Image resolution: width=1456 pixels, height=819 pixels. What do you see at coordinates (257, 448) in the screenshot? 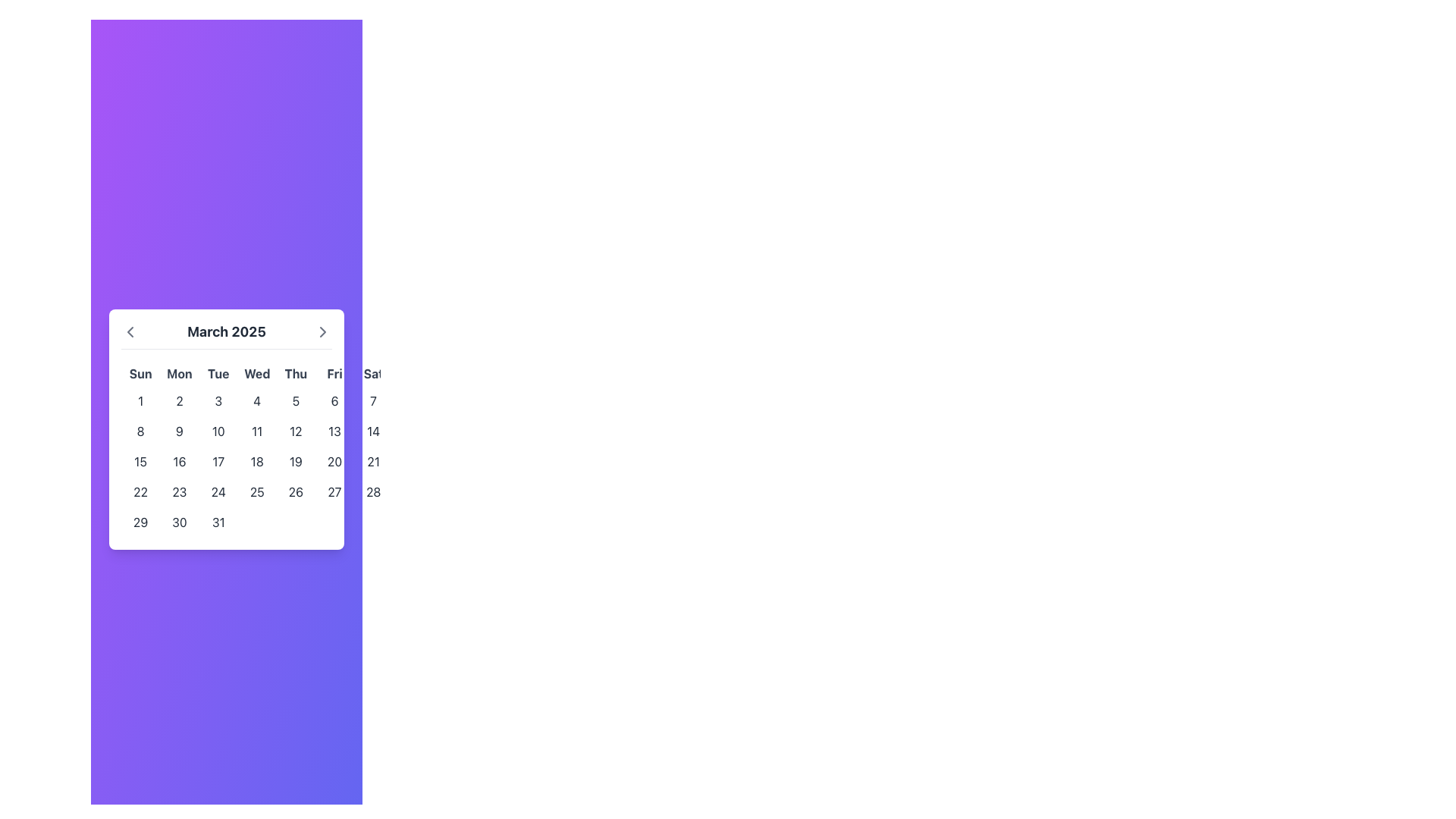
I see `the highlighted date cell in the March 2025 calendar table` at bounding box center [257, 448].